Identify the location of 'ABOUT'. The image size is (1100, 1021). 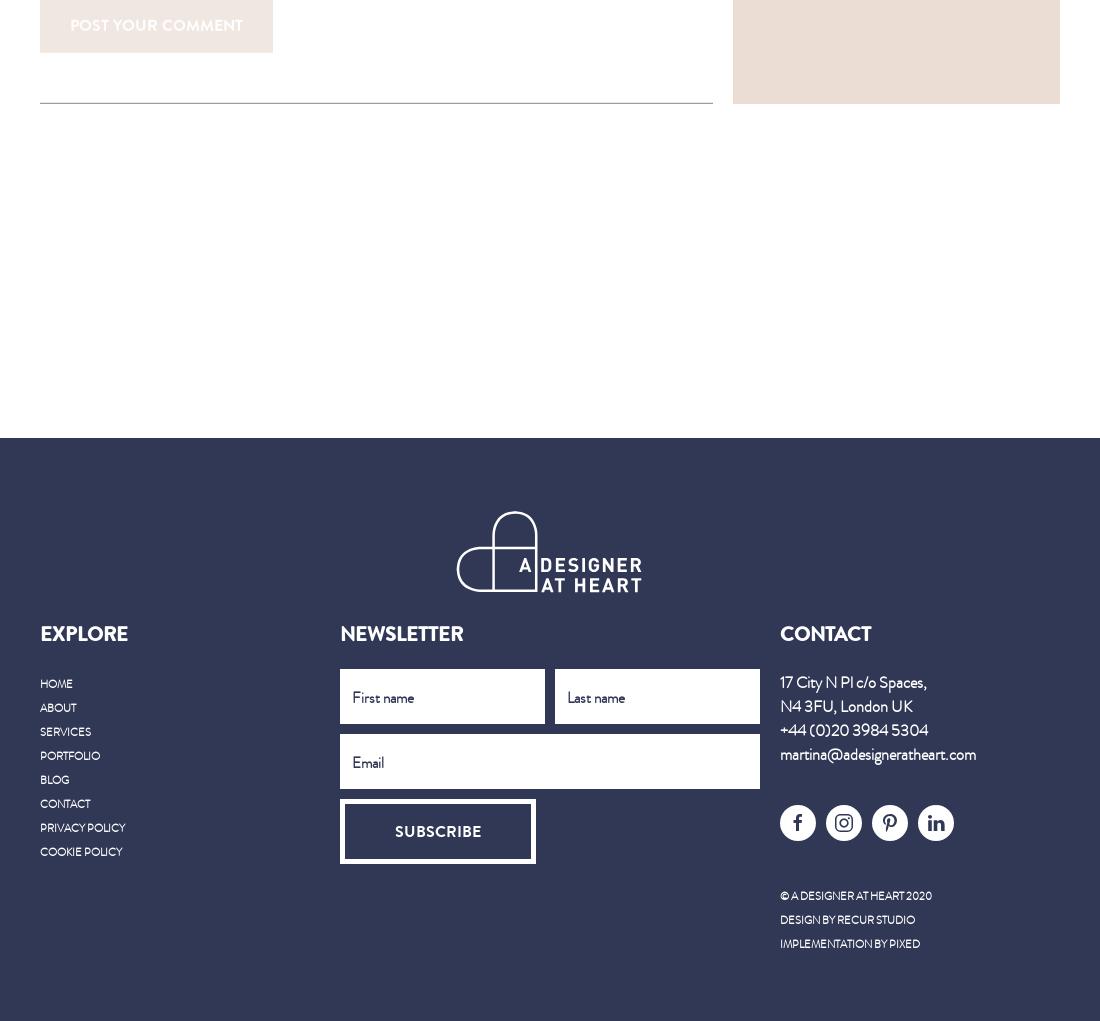
(39, 706).